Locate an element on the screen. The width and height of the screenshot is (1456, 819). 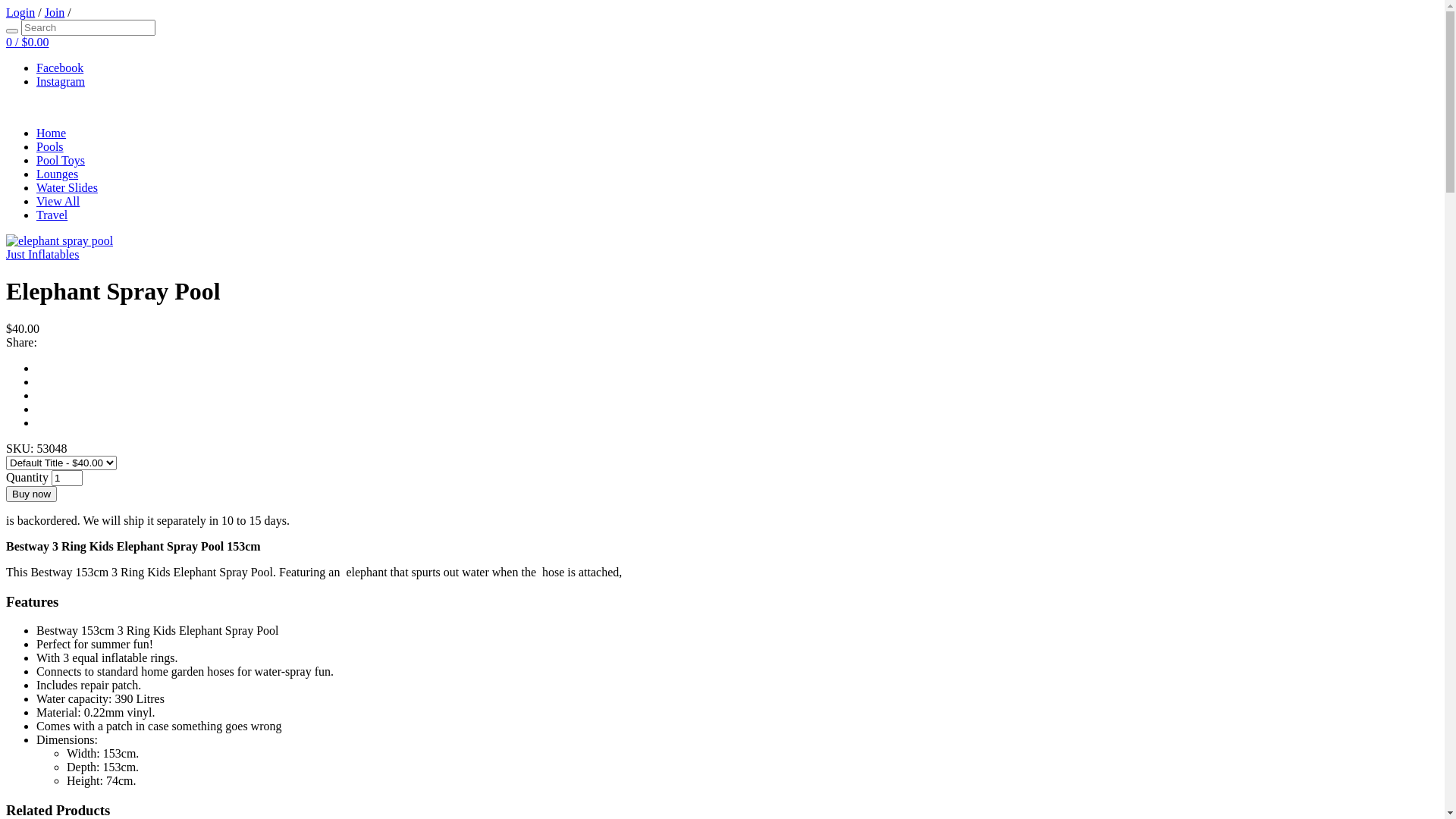
'Instagram' is located at coordinates (61, 81).